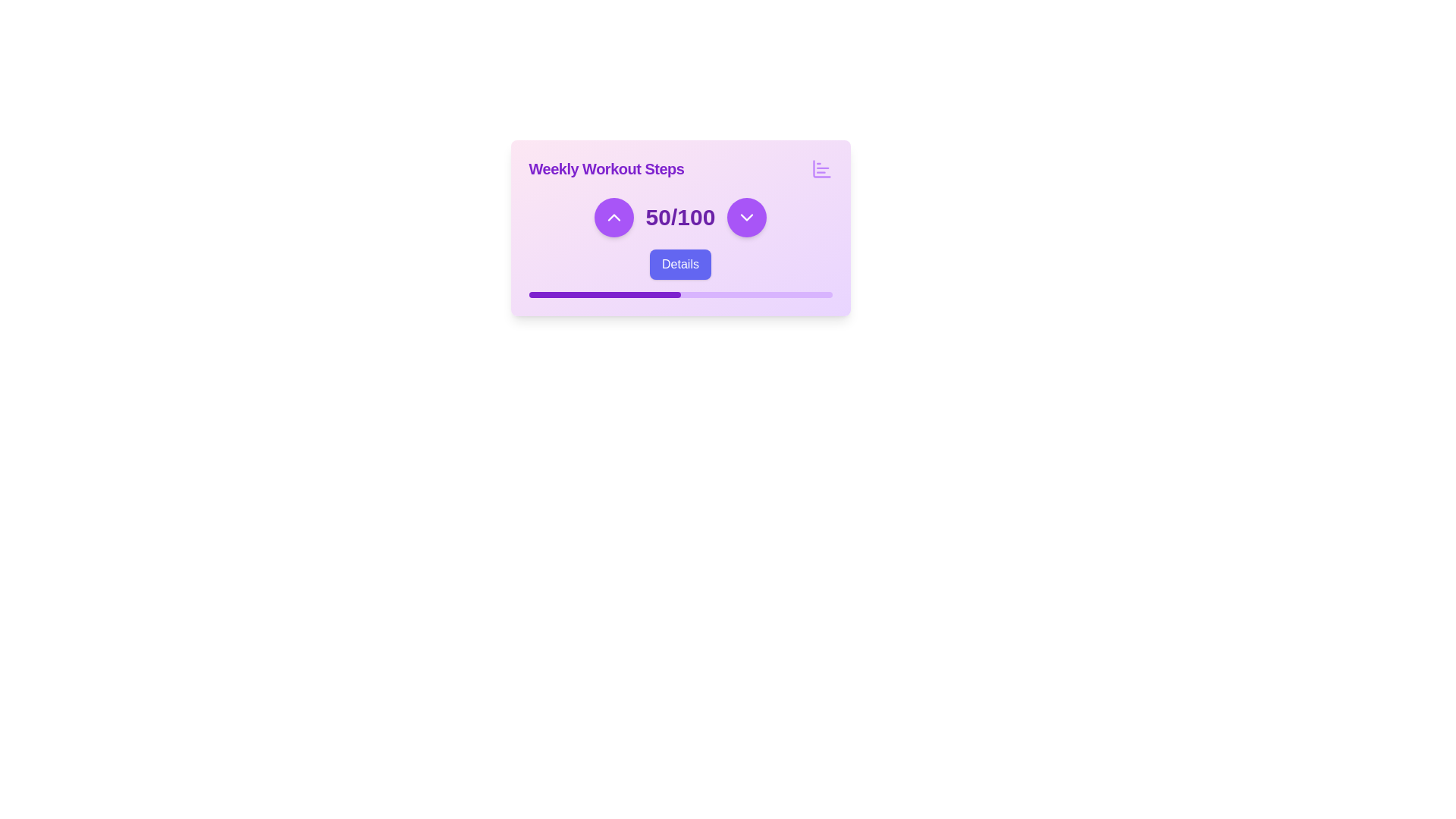  I want to click on the title text element 'Weekly Workout Steps', which serves as a header providing context for the related widget or section, so click(605, 169).